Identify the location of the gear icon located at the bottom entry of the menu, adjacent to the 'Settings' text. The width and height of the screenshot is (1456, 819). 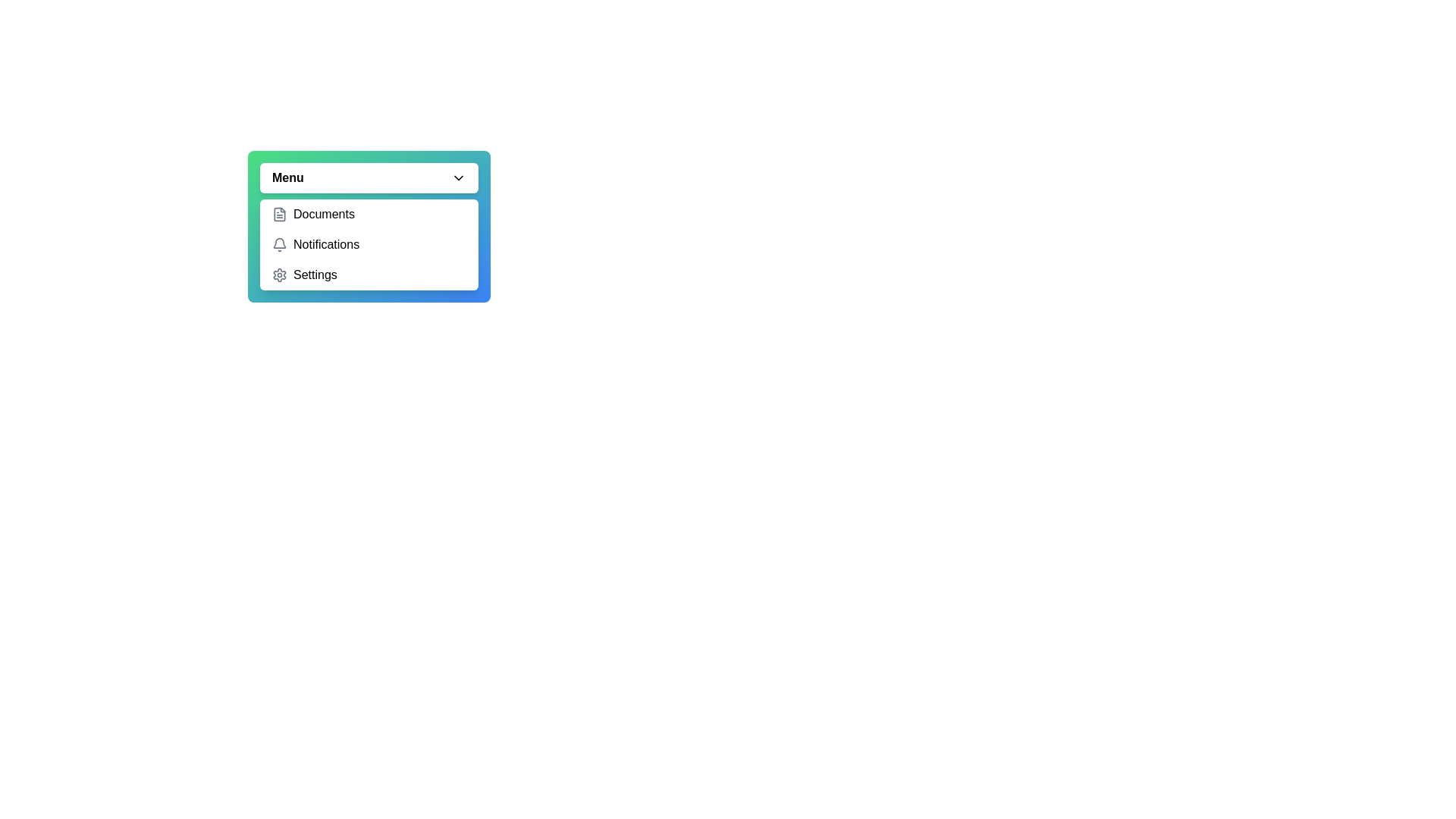
(280, 275).